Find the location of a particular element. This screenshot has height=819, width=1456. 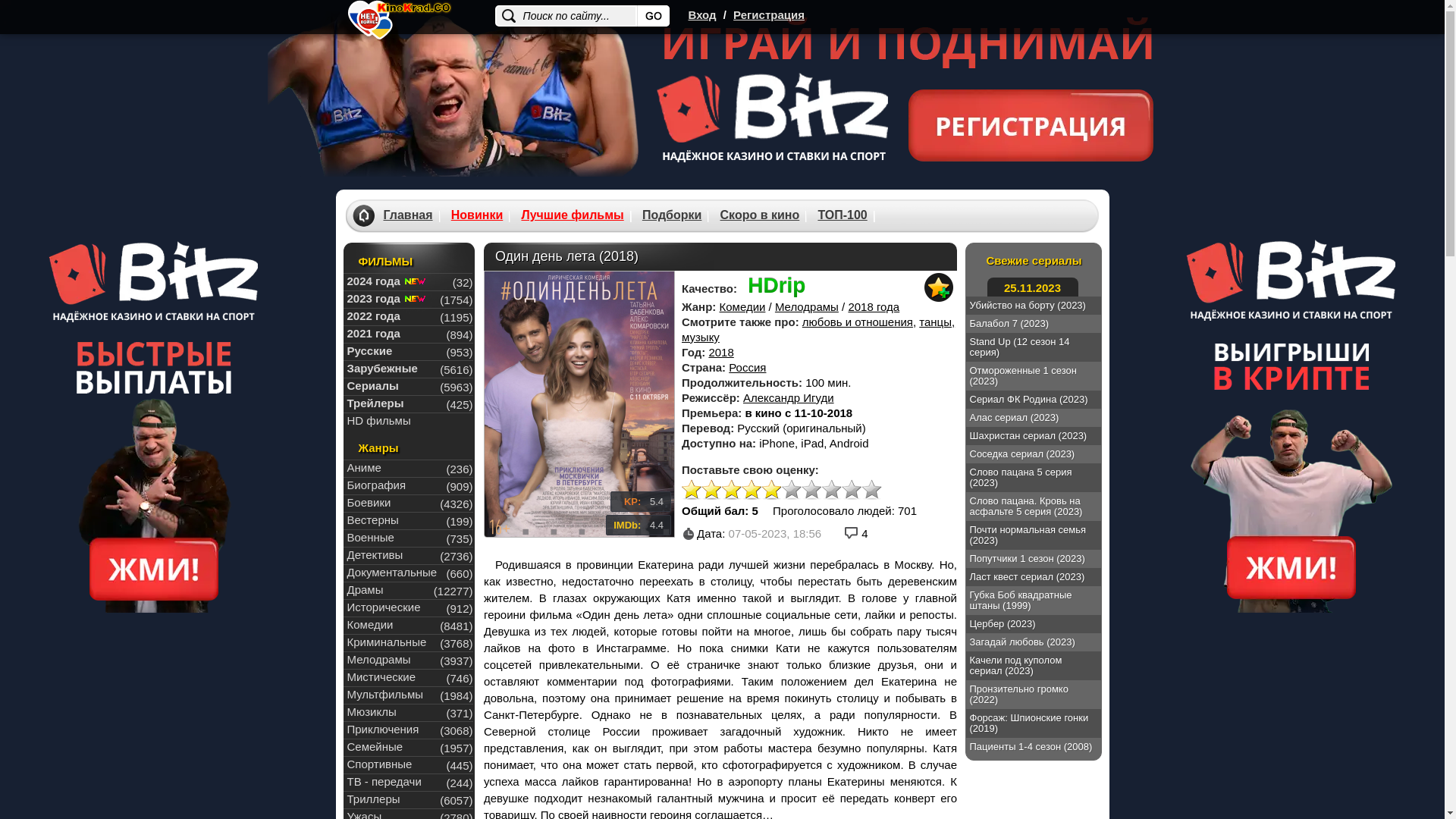

'3' is located at coordinates (731, 489).